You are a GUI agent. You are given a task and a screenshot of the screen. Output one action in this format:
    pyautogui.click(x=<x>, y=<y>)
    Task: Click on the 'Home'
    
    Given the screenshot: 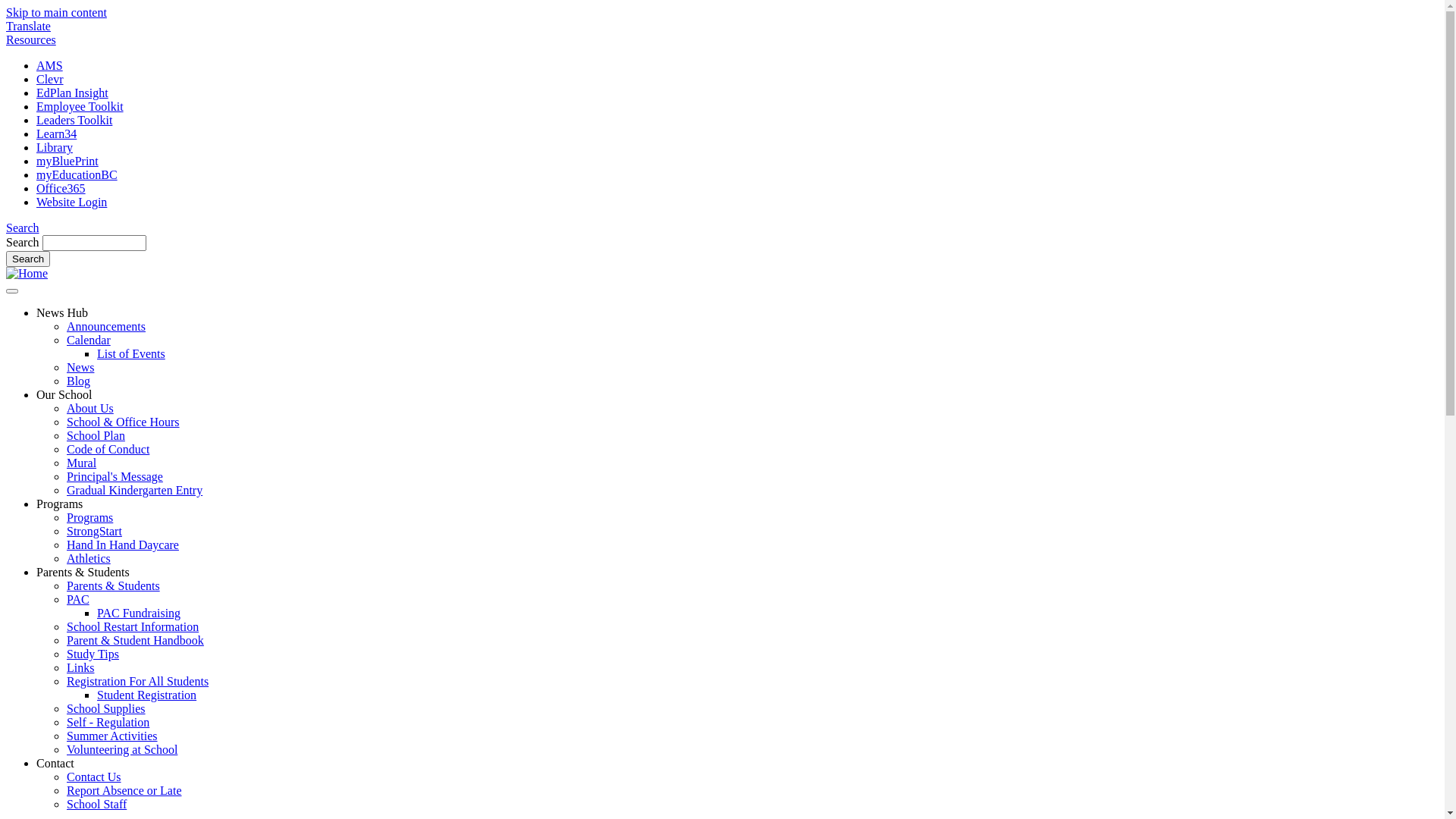 What is the action you would take?
    pyautogui.click(x=27, y=273)
    